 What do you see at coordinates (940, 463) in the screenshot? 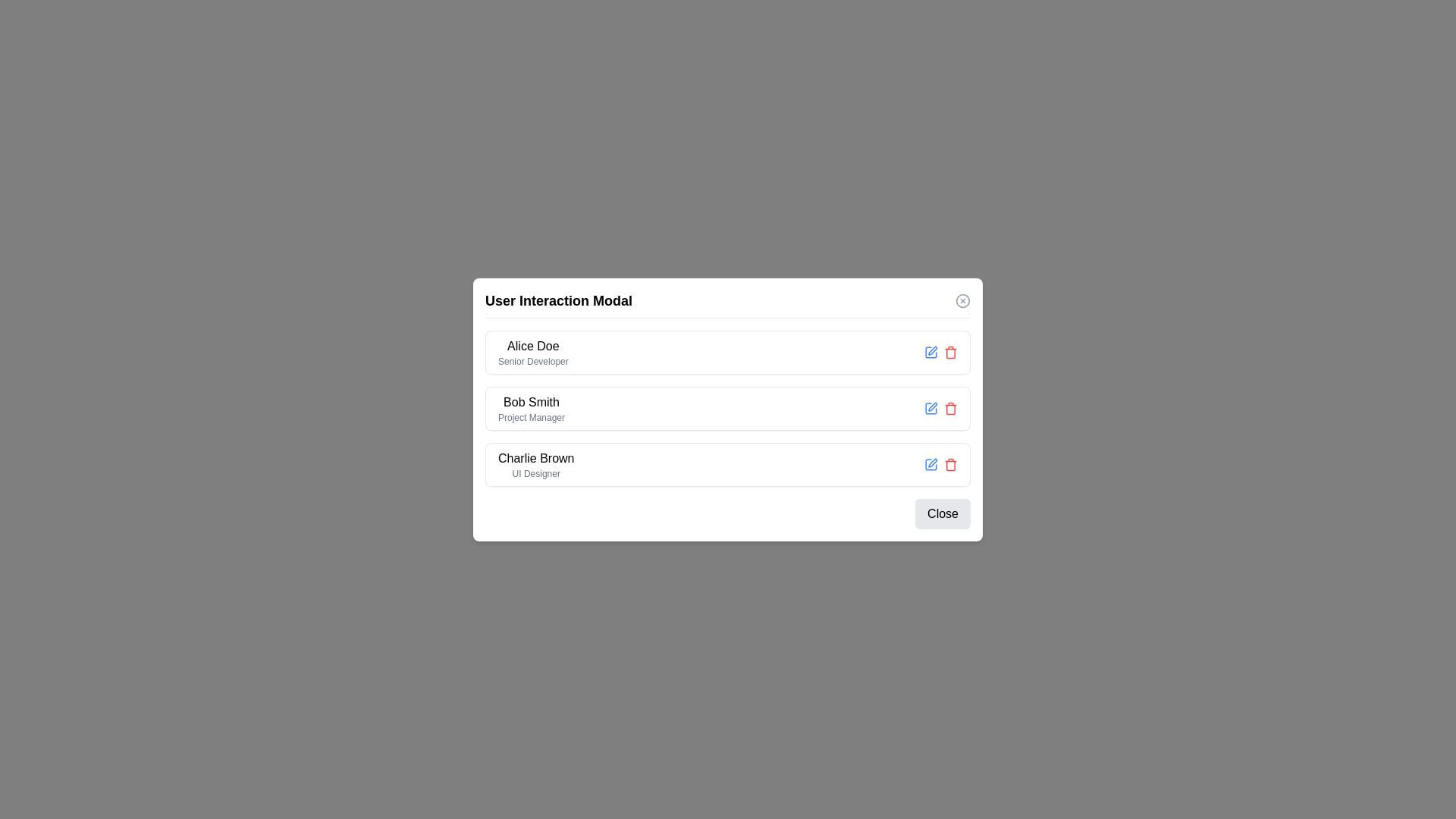
I see `the blue icon in the interactive icons group located on the right side of the third row in the modal dialog that lists team members, specifically for editing the details of 'Charlie Brown', the UI Designer` at bounding box center [940, 463].